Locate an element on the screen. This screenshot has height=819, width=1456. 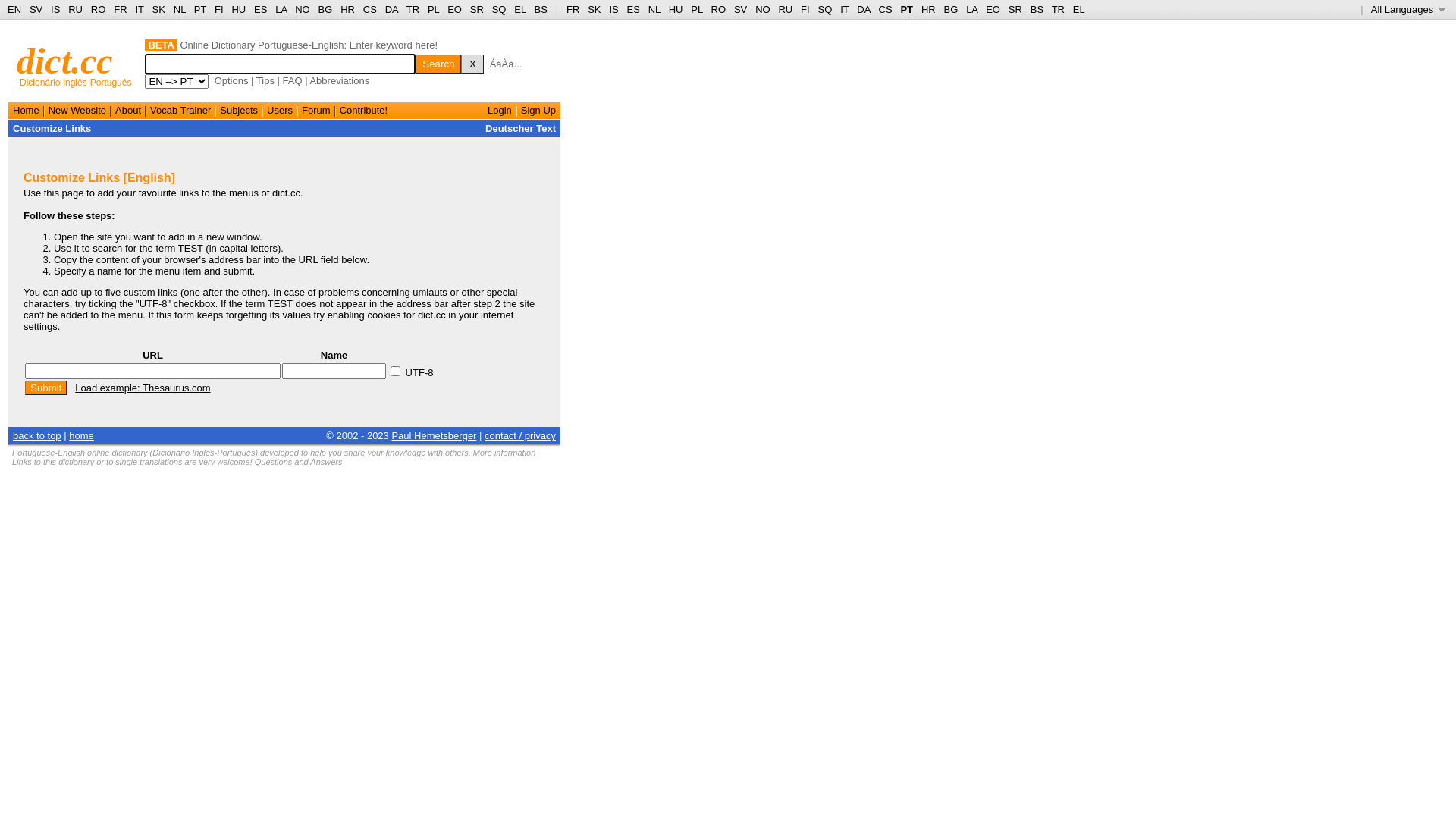
'CS' is located at coordinates (884, 9).